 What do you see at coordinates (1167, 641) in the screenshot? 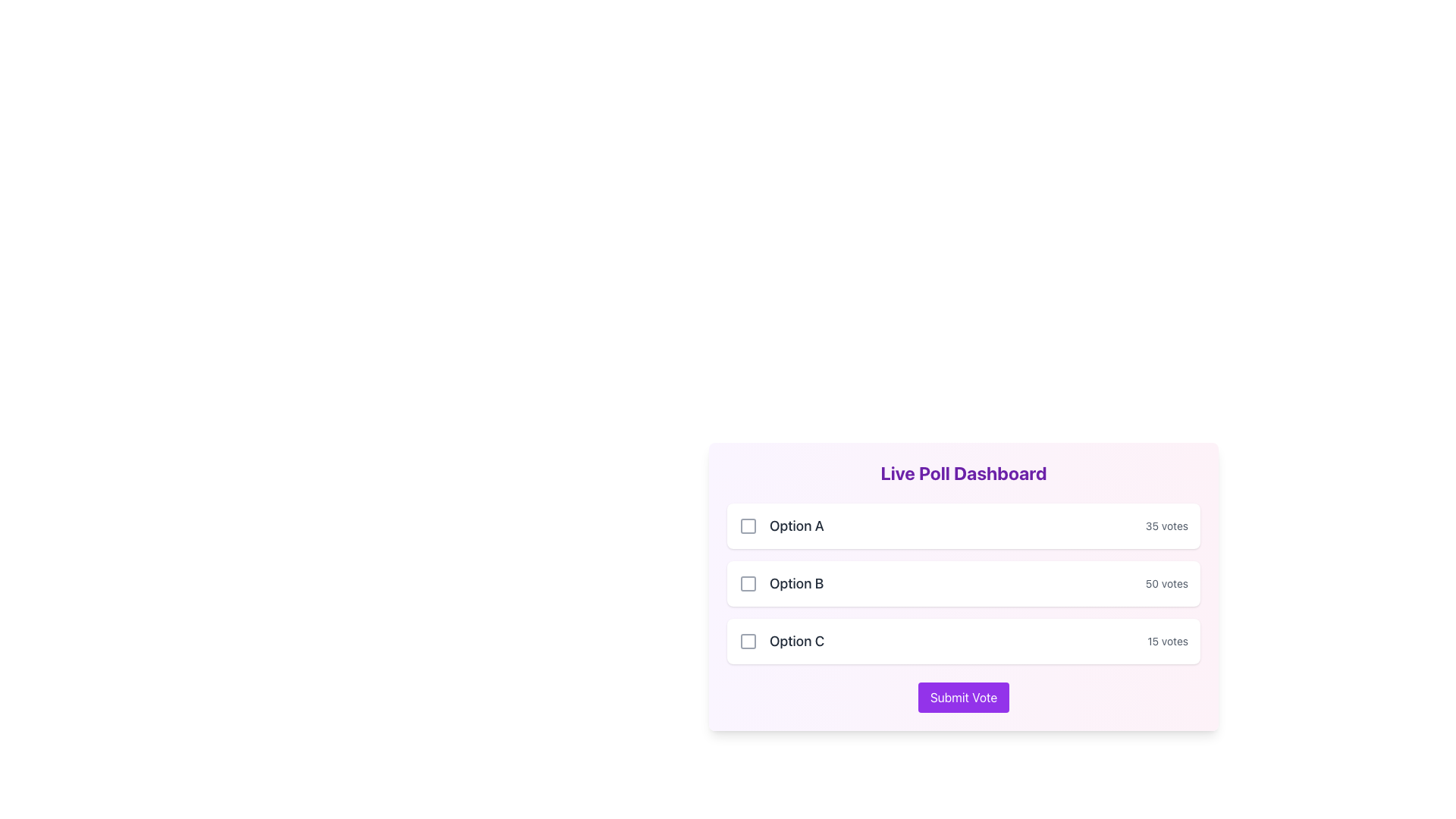
I see `the Label displaying '15 votes' in a small, gray font located in the lower section of Option C, on the far right next to other textual indicators` at bounding box center [1167, 641].